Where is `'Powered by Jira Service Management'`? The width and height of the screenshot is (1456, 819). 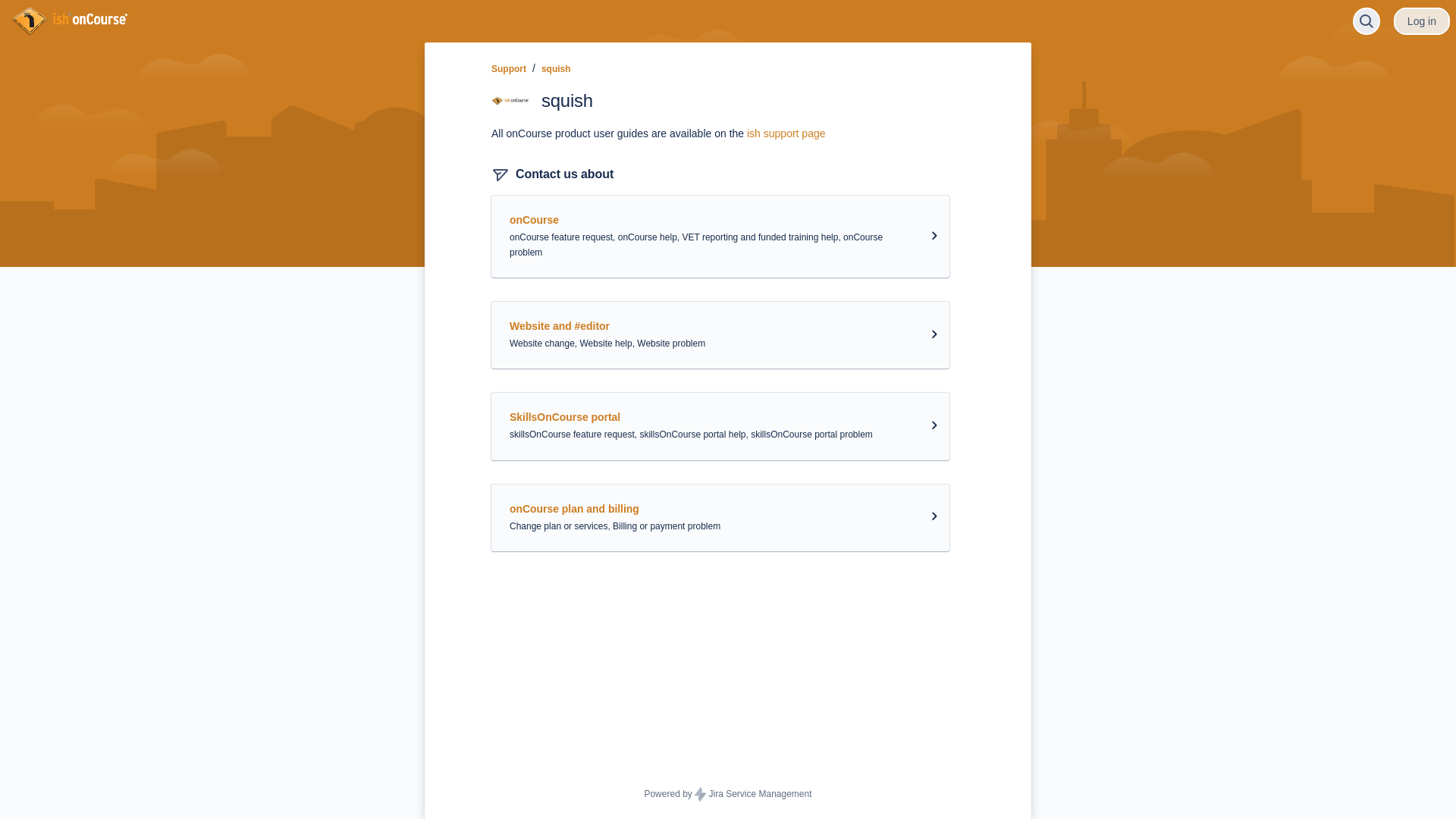
'Powered by Jira Service Management' is located at coordinates (726, 794).